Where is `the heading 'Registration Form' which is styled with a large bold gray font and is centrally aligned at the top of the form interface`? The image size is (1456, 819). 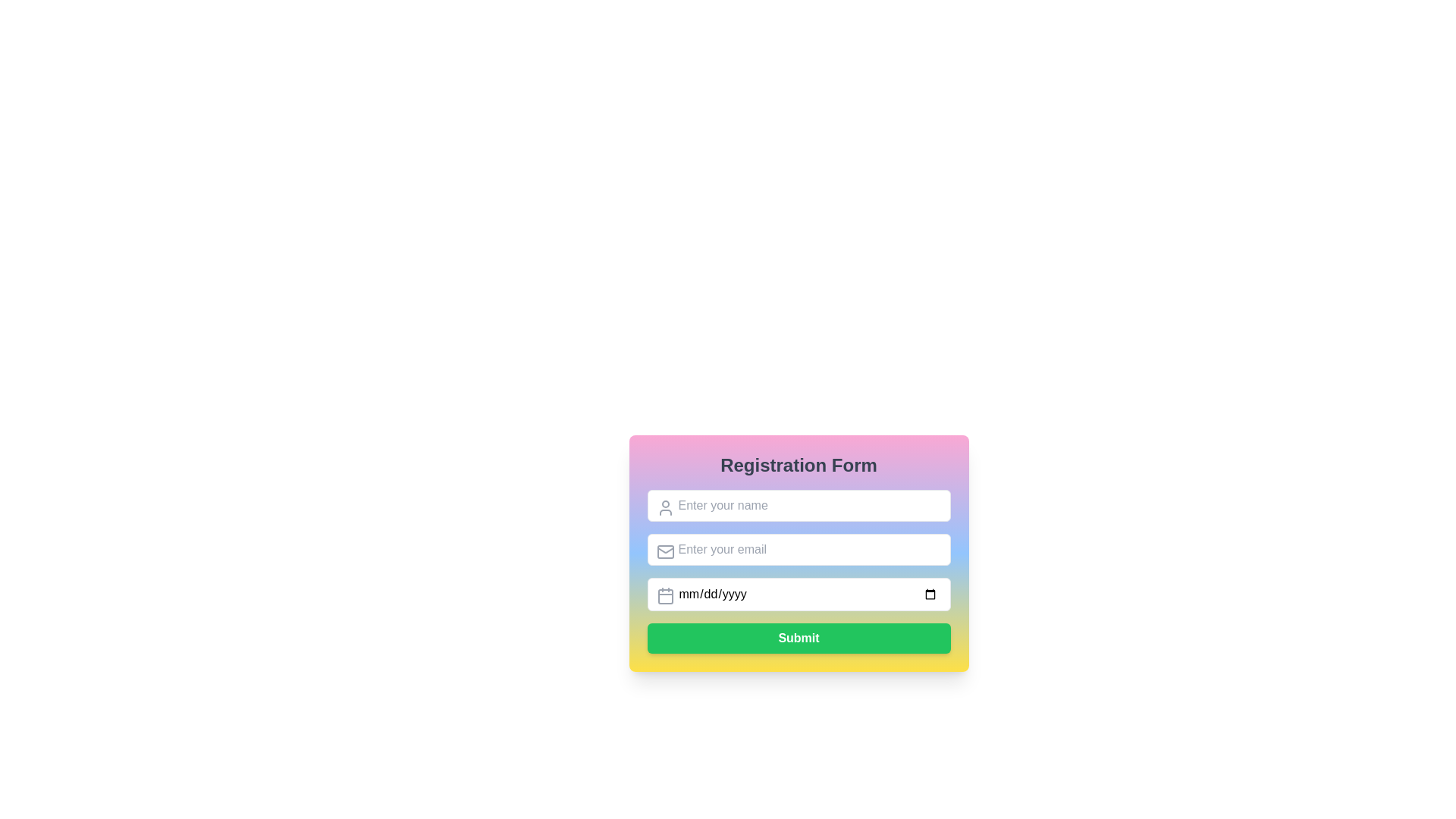 the heading 'Registration Form' which is styled with a large bold gray font and is centrally aligned at the top of the form interface is located at coordinates (798, 464).